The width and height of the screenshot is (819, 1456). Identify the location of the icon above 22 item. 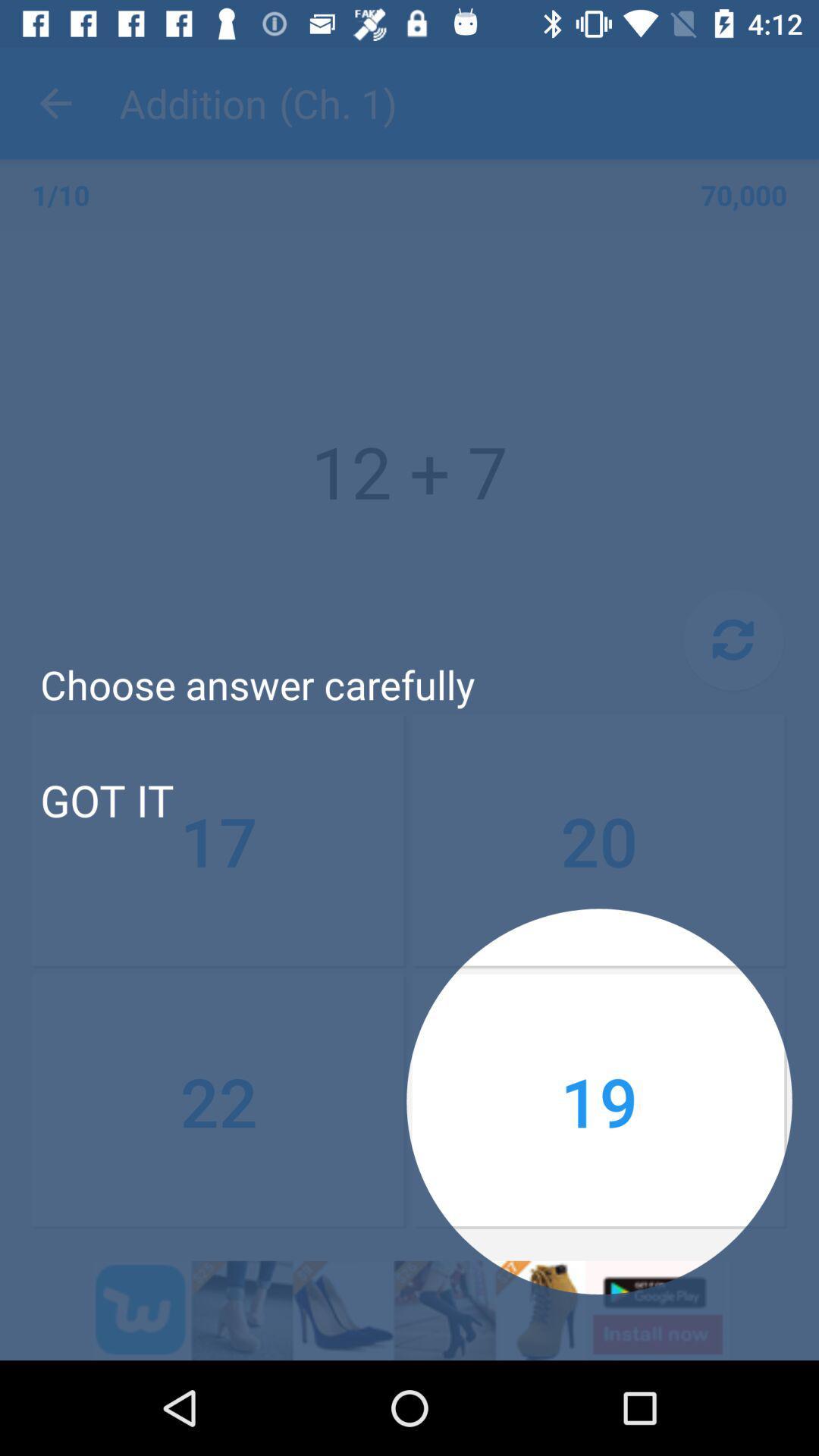
(106, 799).